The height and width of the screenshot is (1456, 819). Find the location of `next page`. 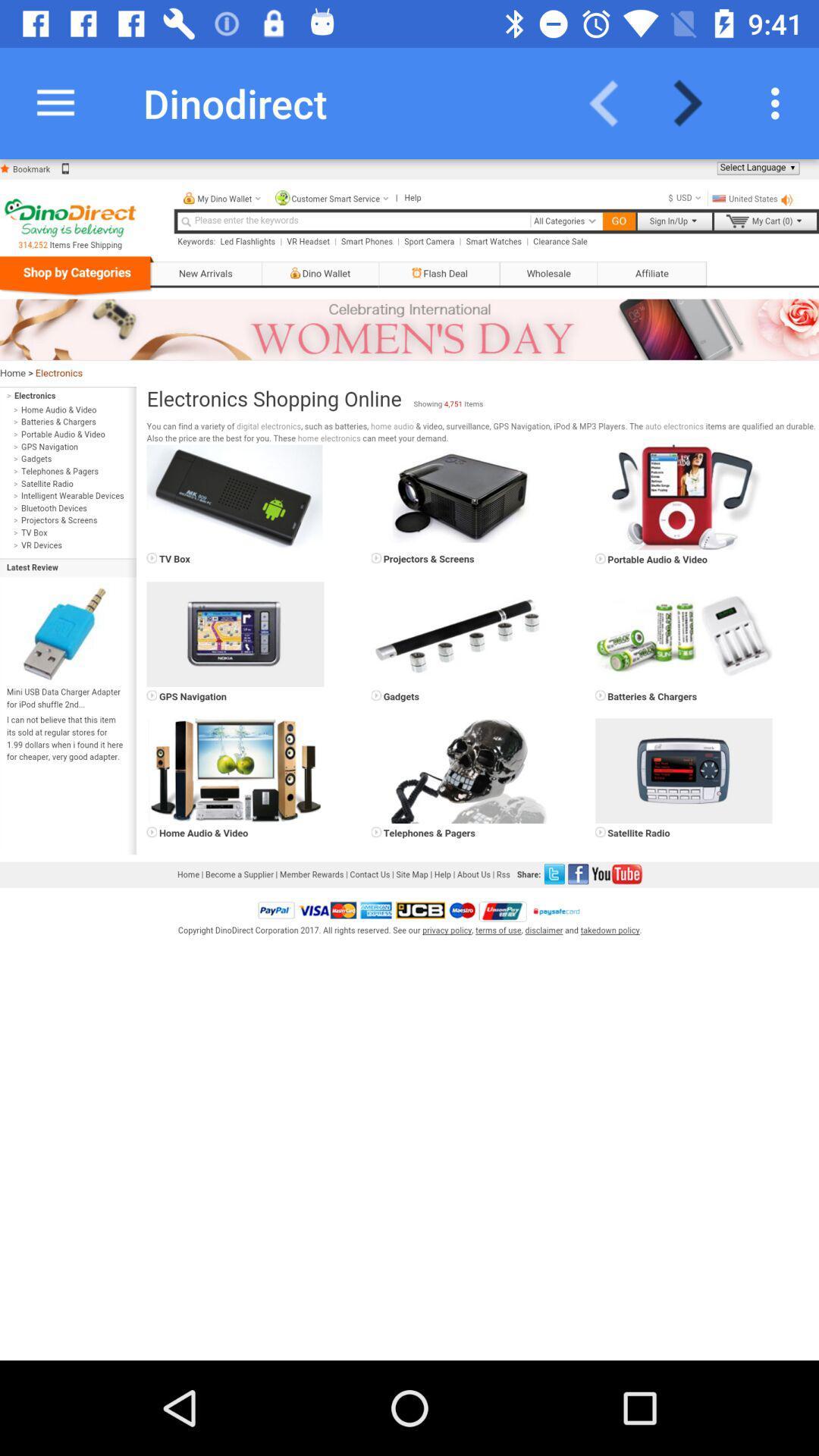

next page is located at coordinates (697, 102).